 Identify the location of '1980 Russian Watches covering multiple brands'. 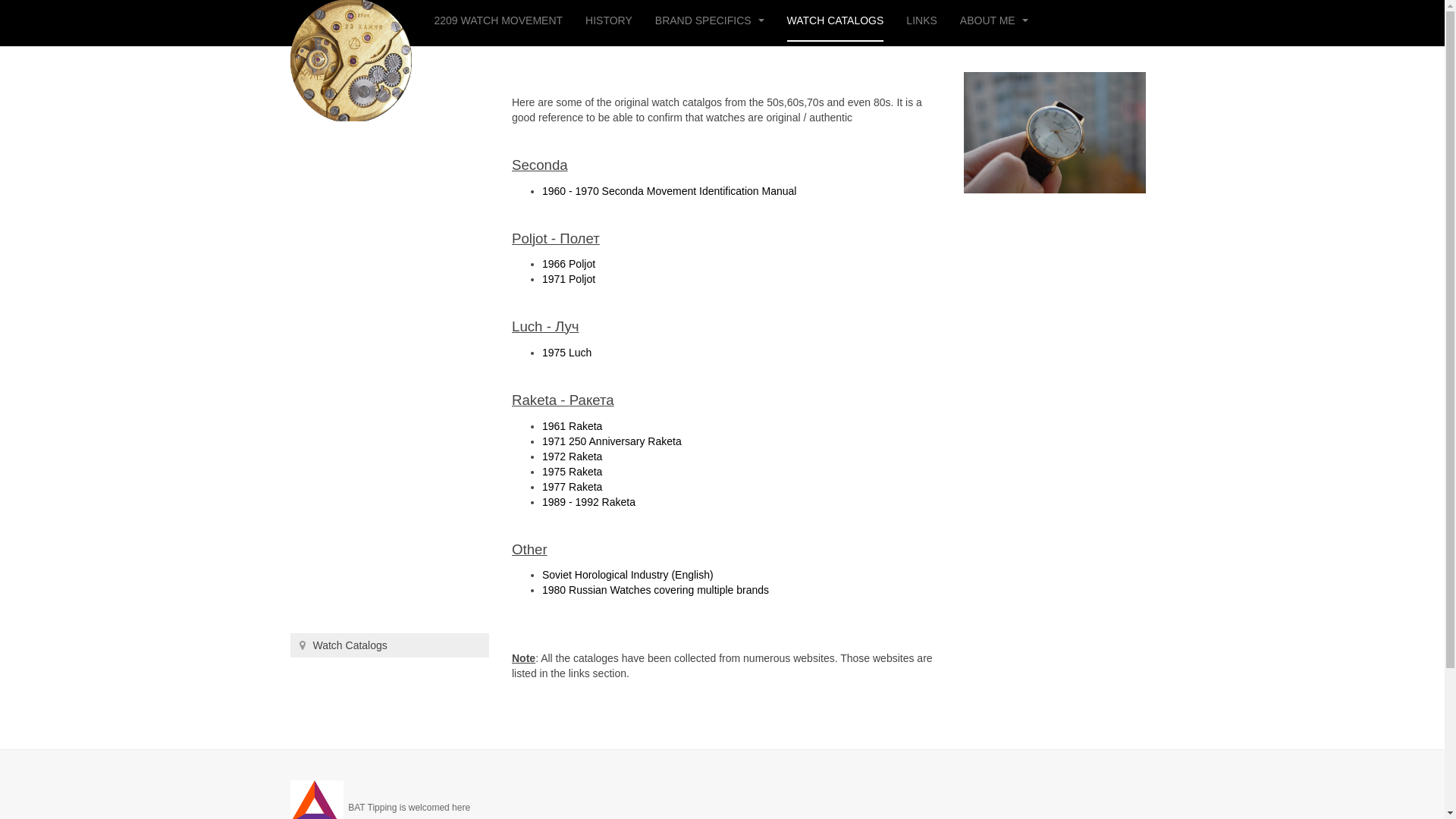
(655, 589).